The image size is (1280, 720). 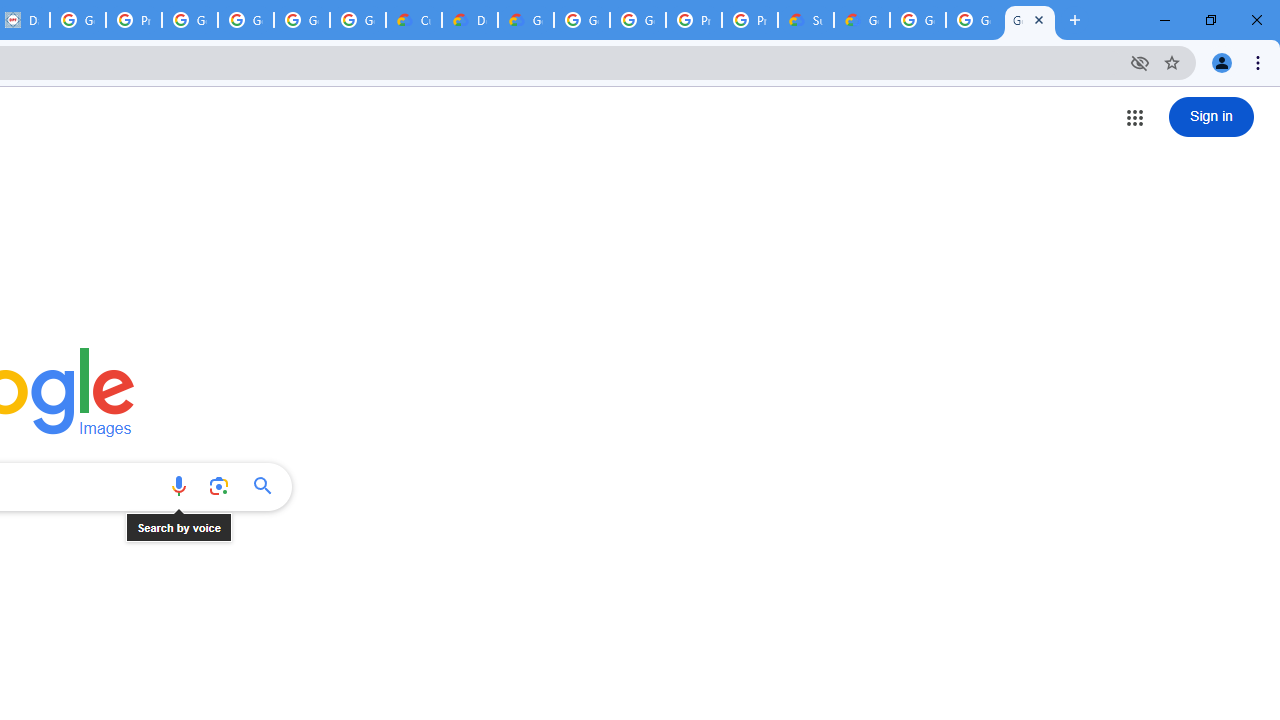 What do you see at coordinates (218, 486) in the screenshot?
I see `'Search by image'` at bounding box center [218, 486].